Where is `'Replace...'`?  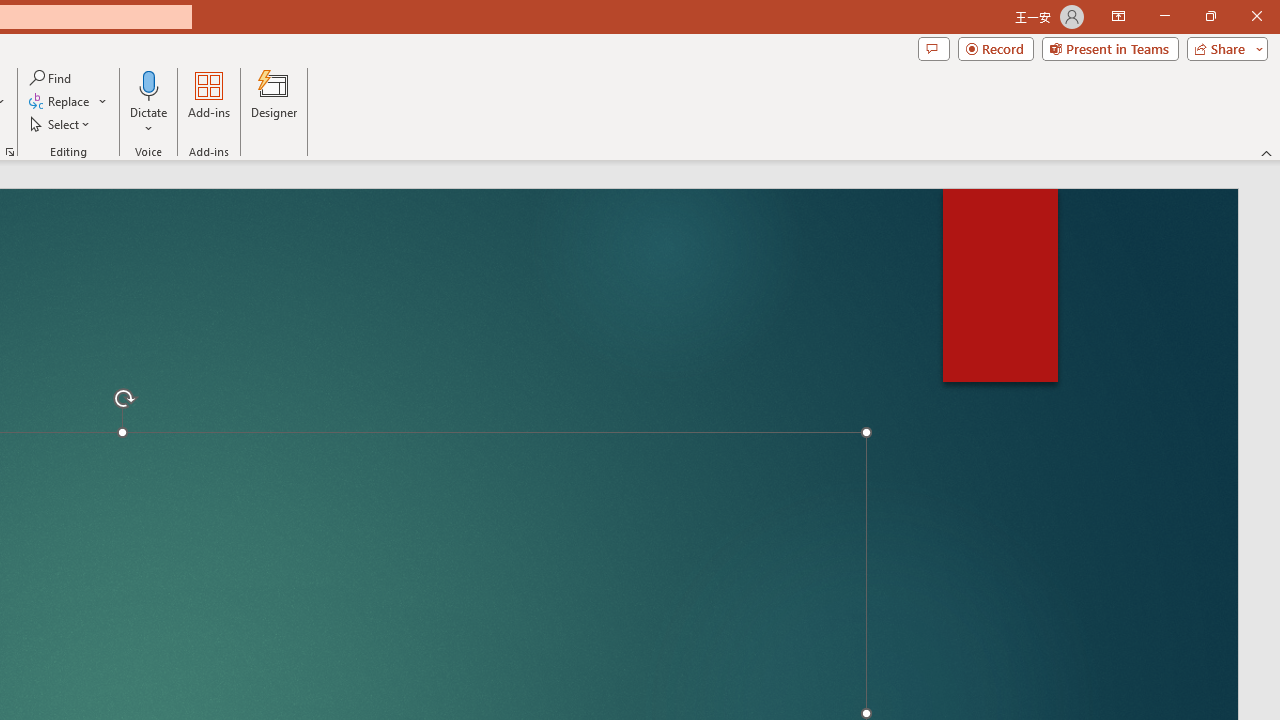
'Replace...' is located at coordinates (60, 101).